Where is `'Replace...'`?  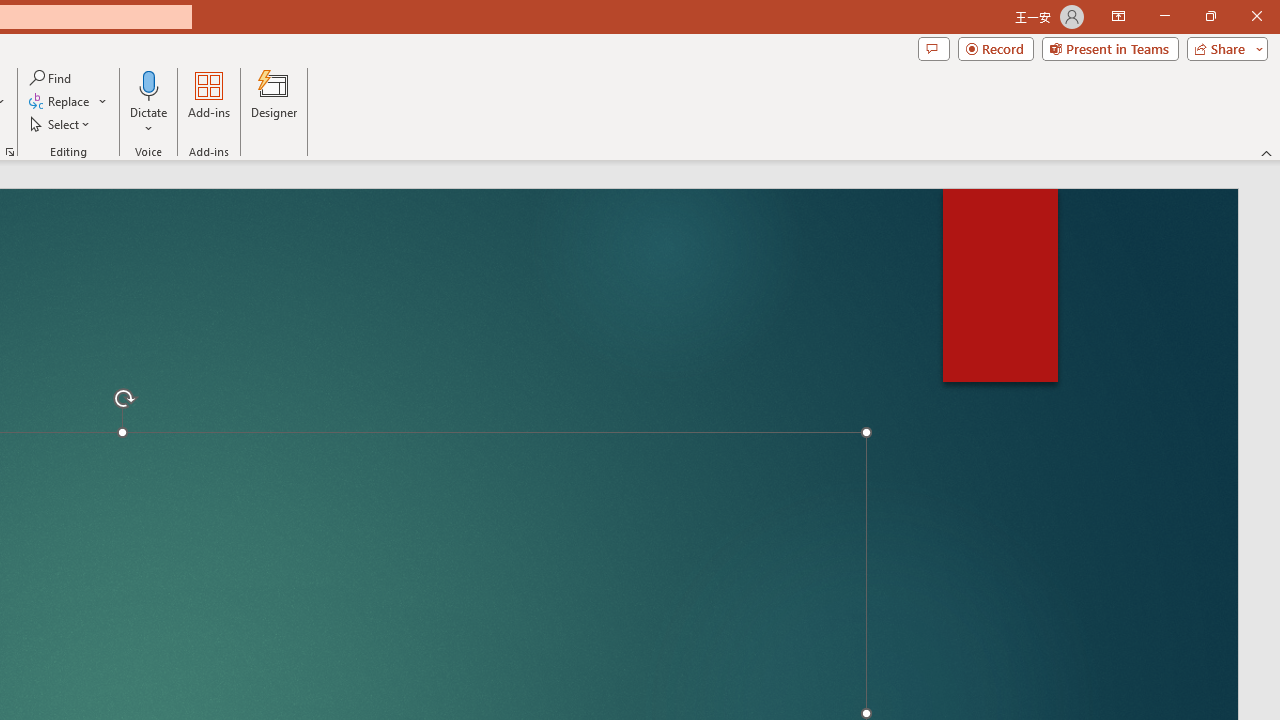
'Replace...' is located at coordinates (60, 101).